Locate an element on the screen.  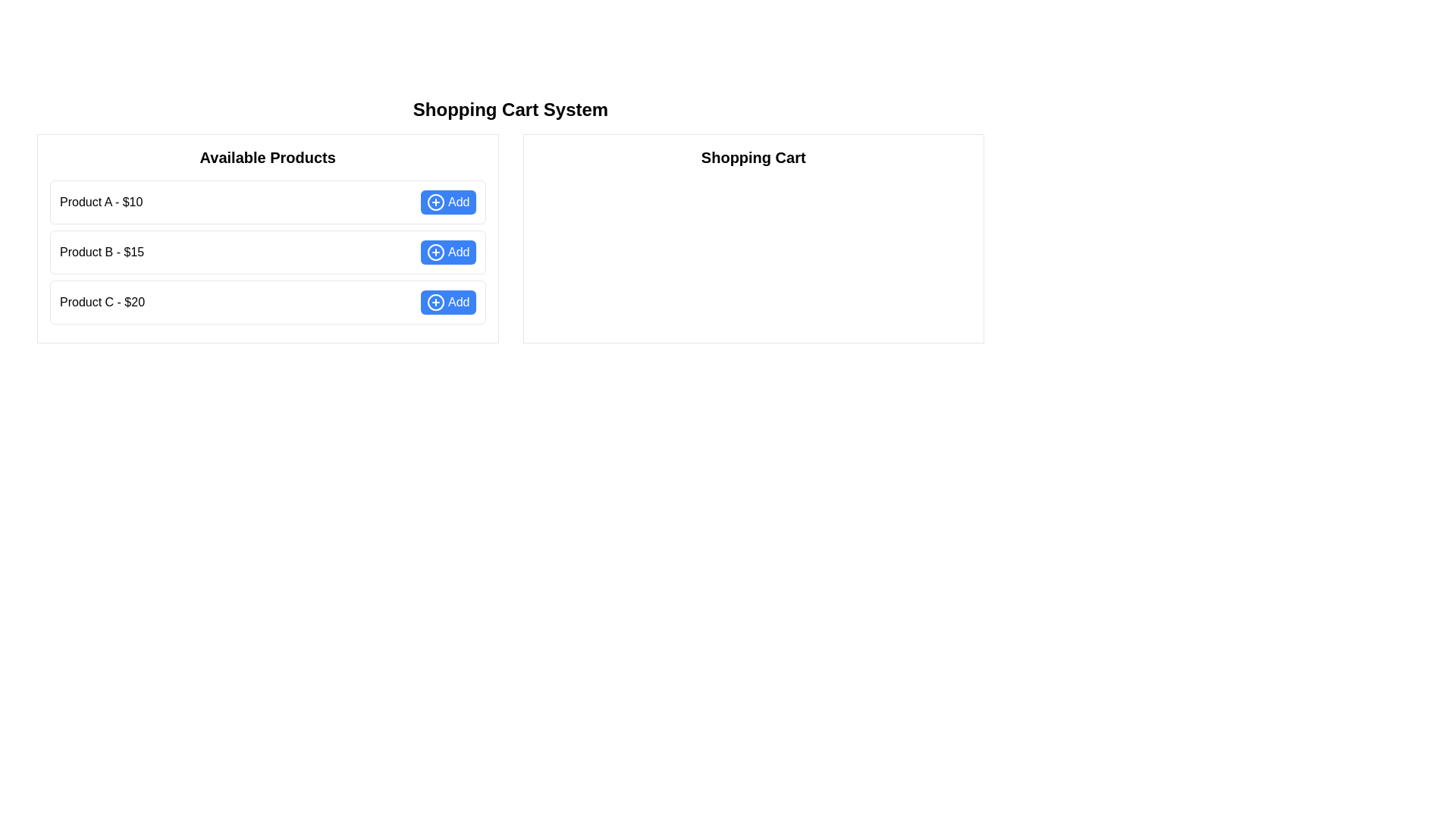
the circular 'Add' icon with a plus sign in the center, located next to the 'Product B - $15' label is located at coordinates (435, 251).